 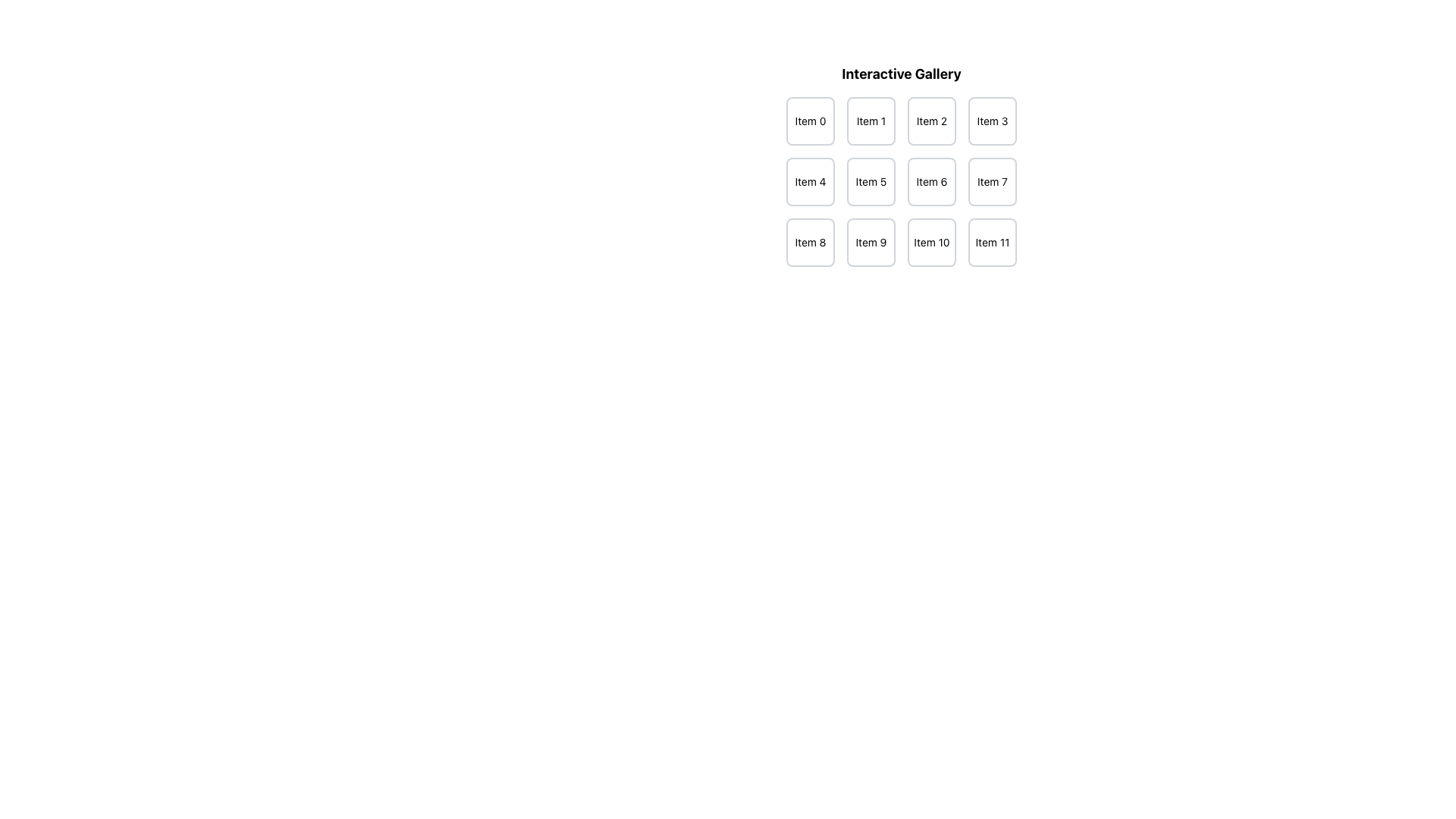 What do you see at coordinates (810, 242) in the screenshot?
I see `the button corresponding to 'Item 8' in the gallery` at bounding box center [810, 242].